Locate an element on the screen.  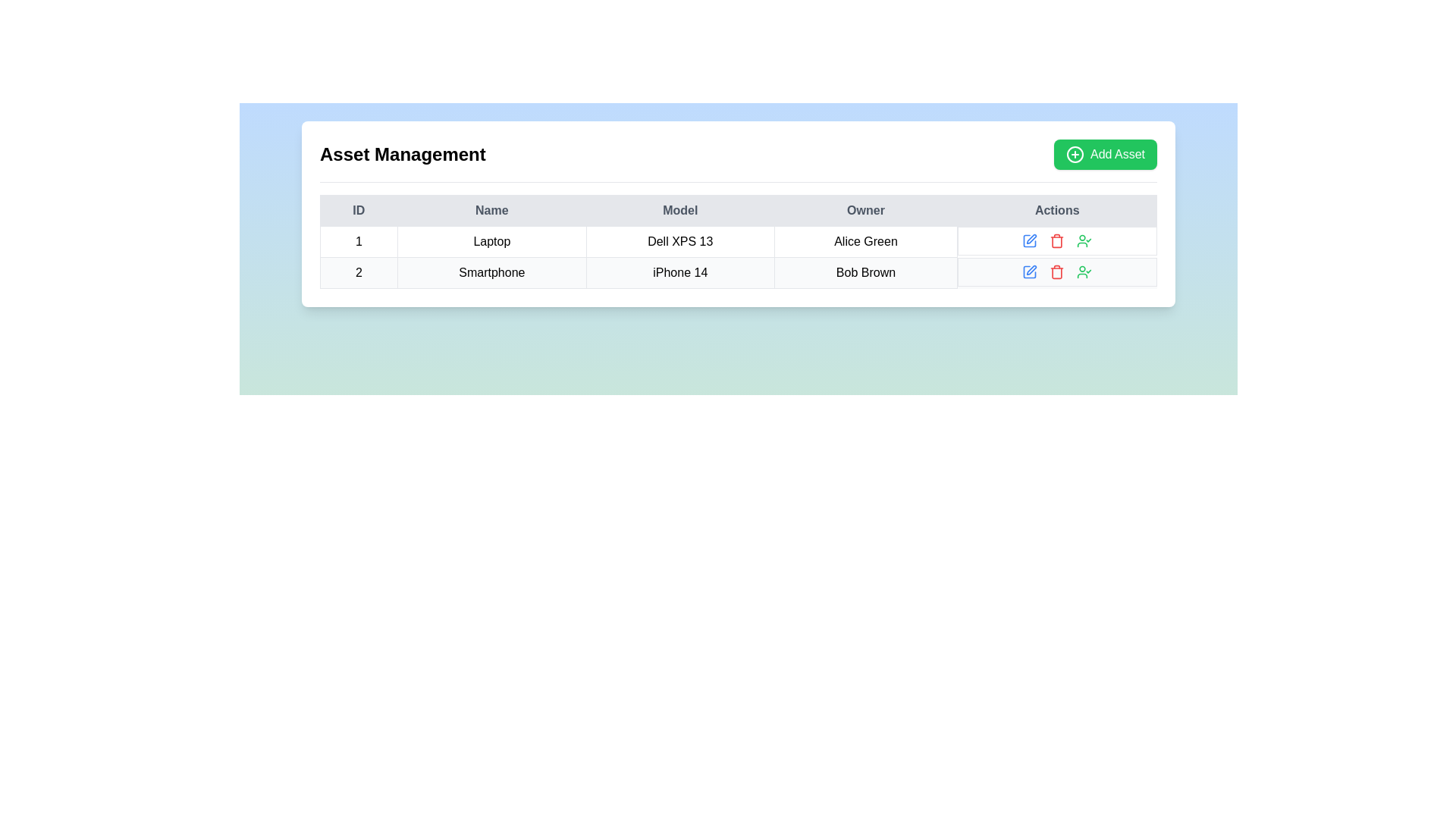
the table header cell displaying 'Name' in bold, dark gray font, located between the 'ID' and 'Model' headers is located at coordinates (491, 210).